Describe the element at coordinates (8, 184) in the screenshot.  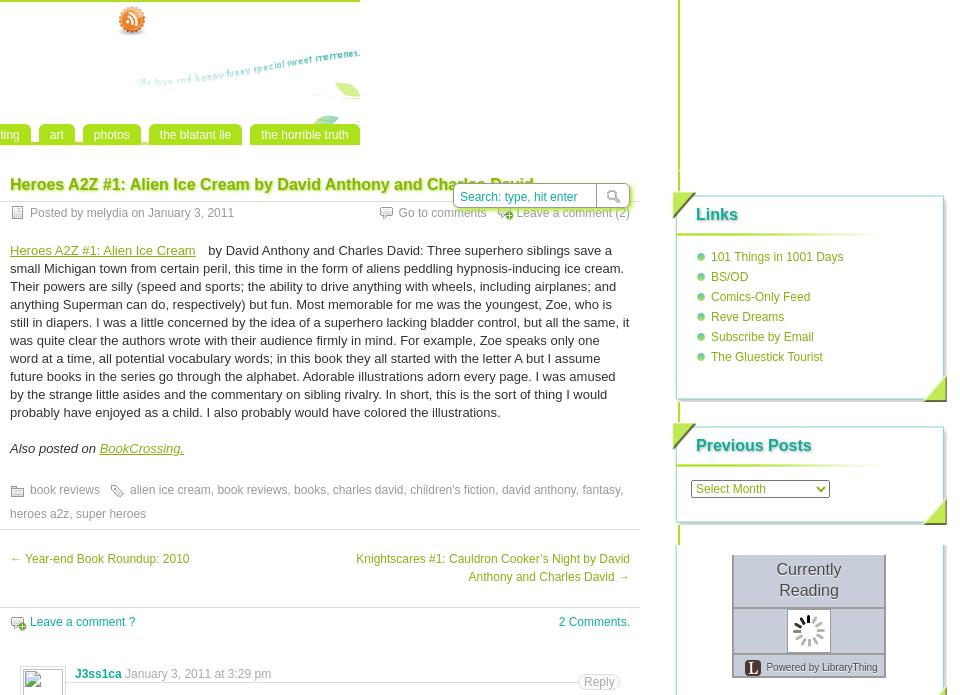
I see `'Heroes A2Z #1: Alien Ice Cream by David Anthony and Charles David'` at that location.